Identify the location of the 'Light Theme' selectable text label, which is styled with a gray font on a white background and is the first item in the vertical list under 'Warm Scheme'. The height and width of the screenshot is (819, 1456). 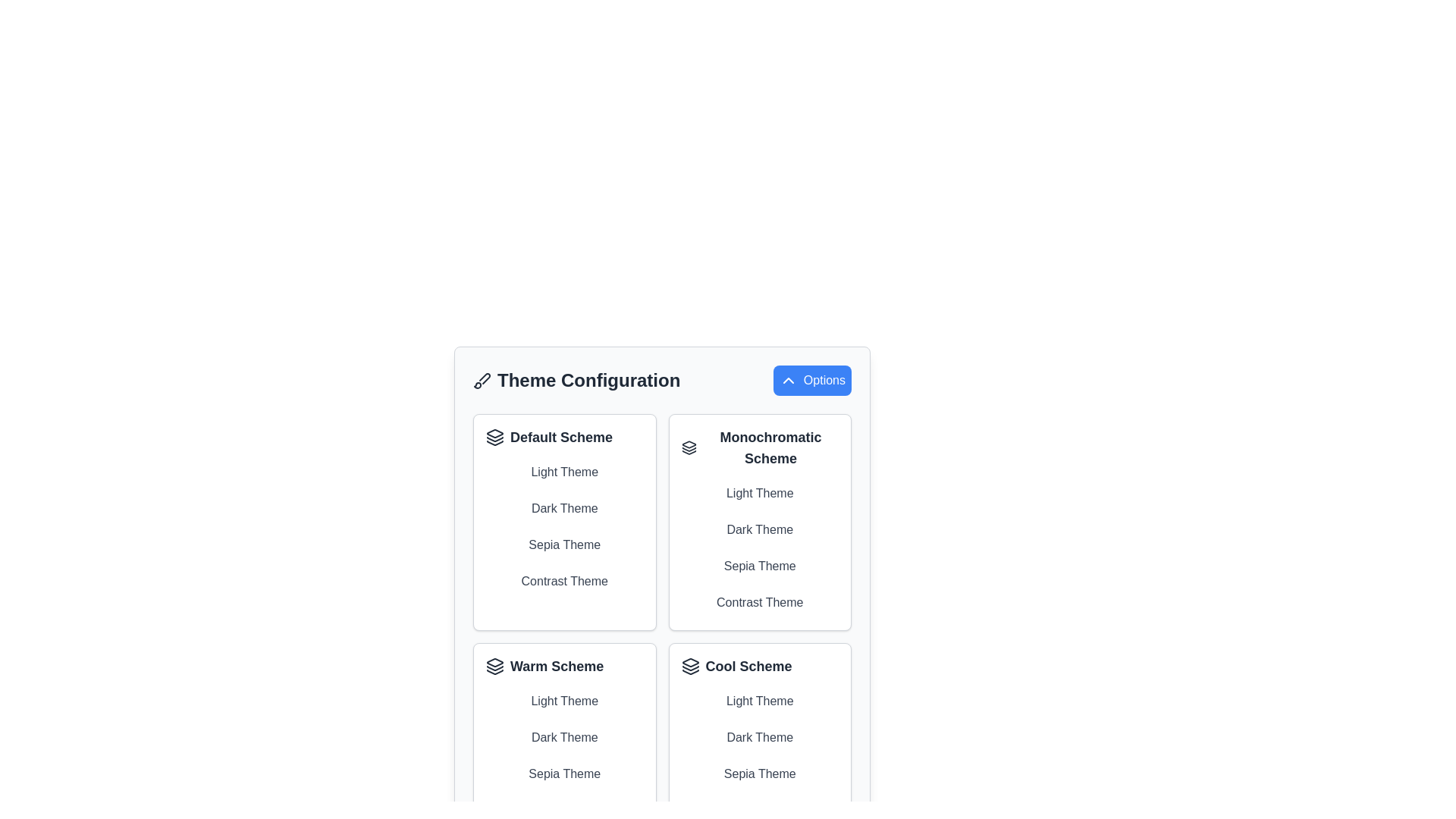
(563, 701).